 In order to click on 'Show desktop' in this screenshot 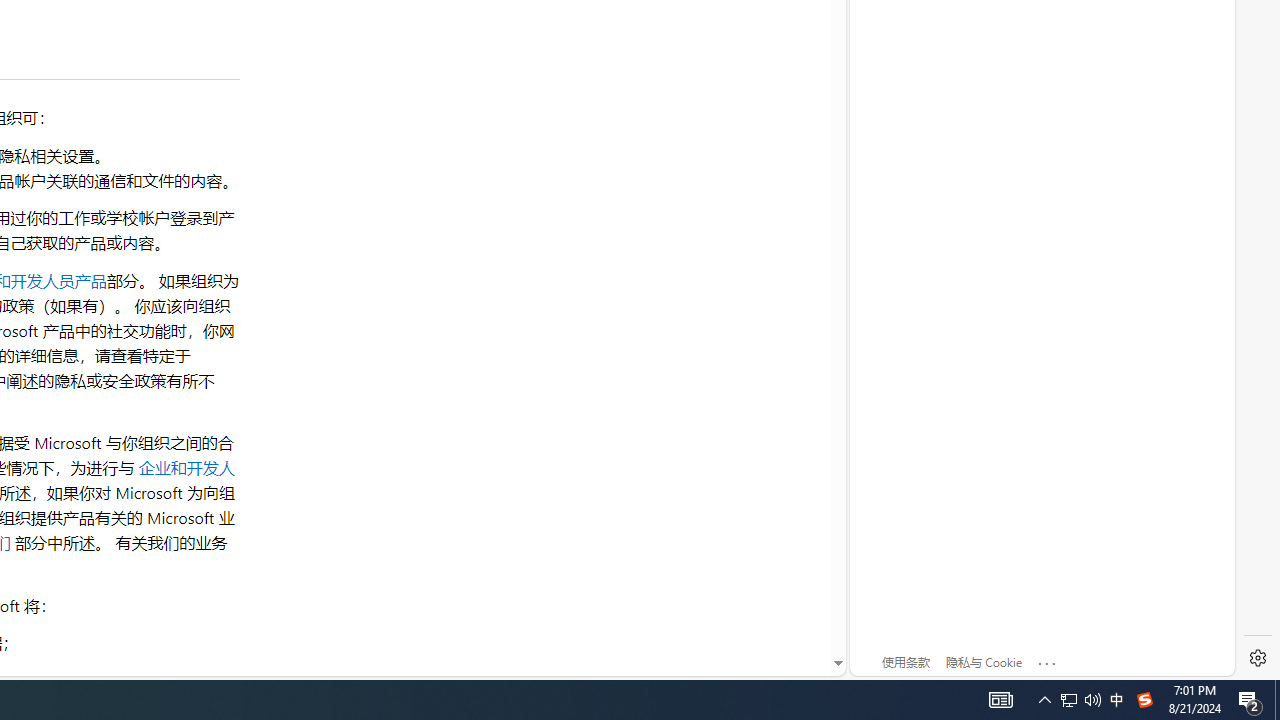, I will do `click(1276, 698)`.